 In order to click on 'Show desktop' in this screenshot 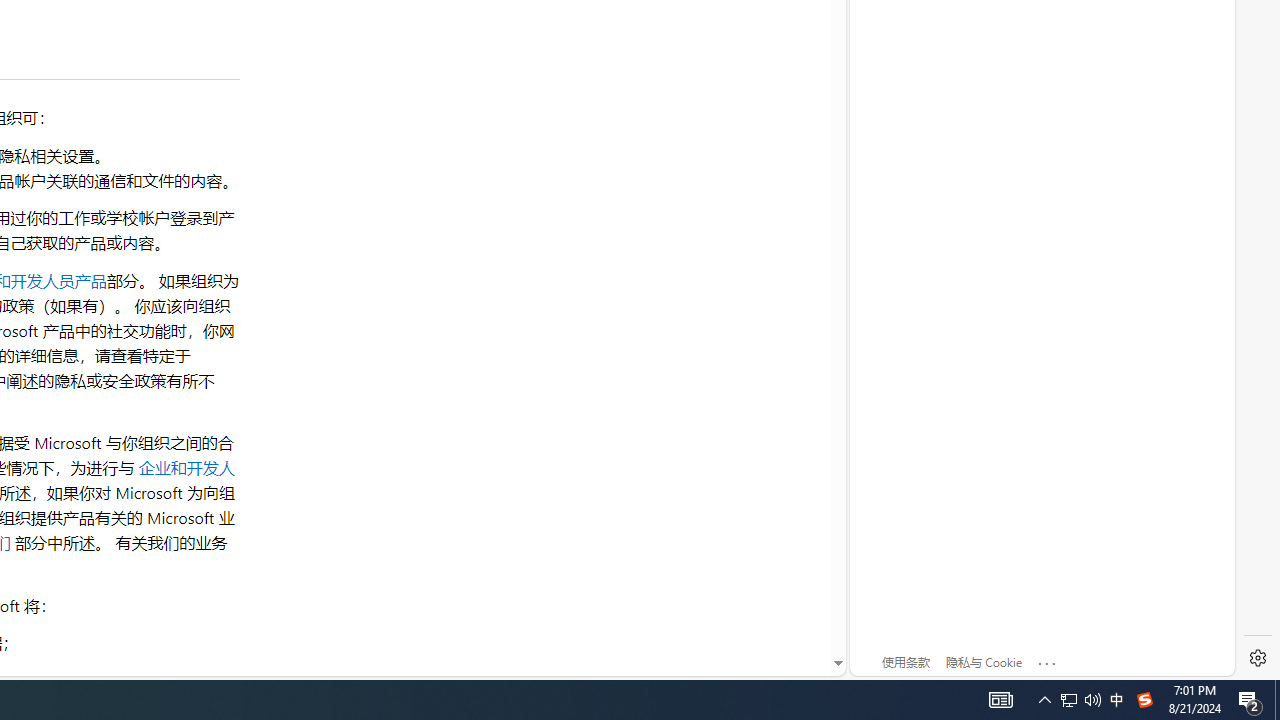, I will do `click(1276, 698)`.